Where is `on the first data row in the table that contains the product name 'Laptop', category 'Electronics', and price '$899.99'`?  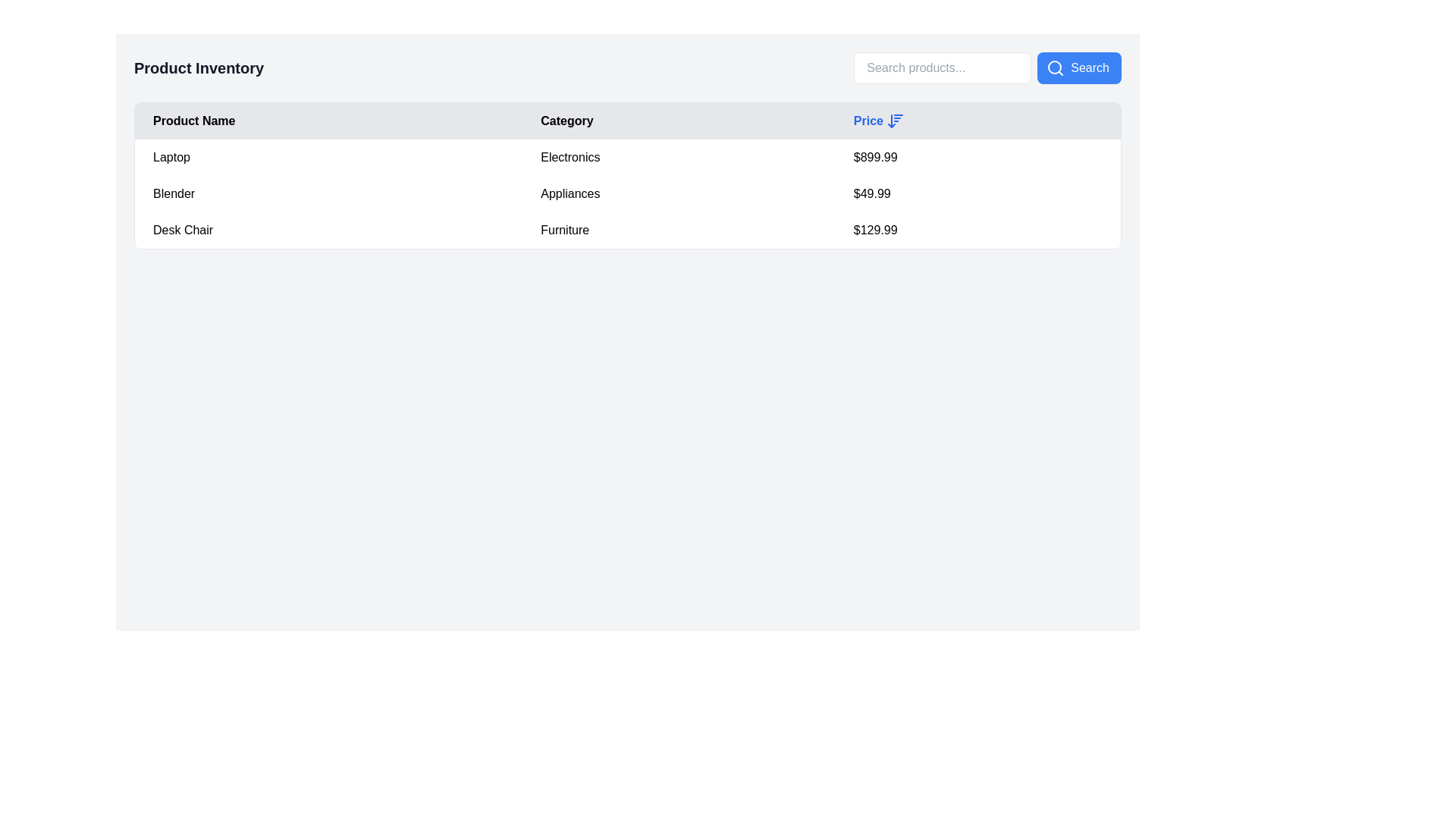 on the first data row in the table that contains the product name 'Laptop', category 'Electronics', and price '$899.99' is located at coordinates (628, 158).